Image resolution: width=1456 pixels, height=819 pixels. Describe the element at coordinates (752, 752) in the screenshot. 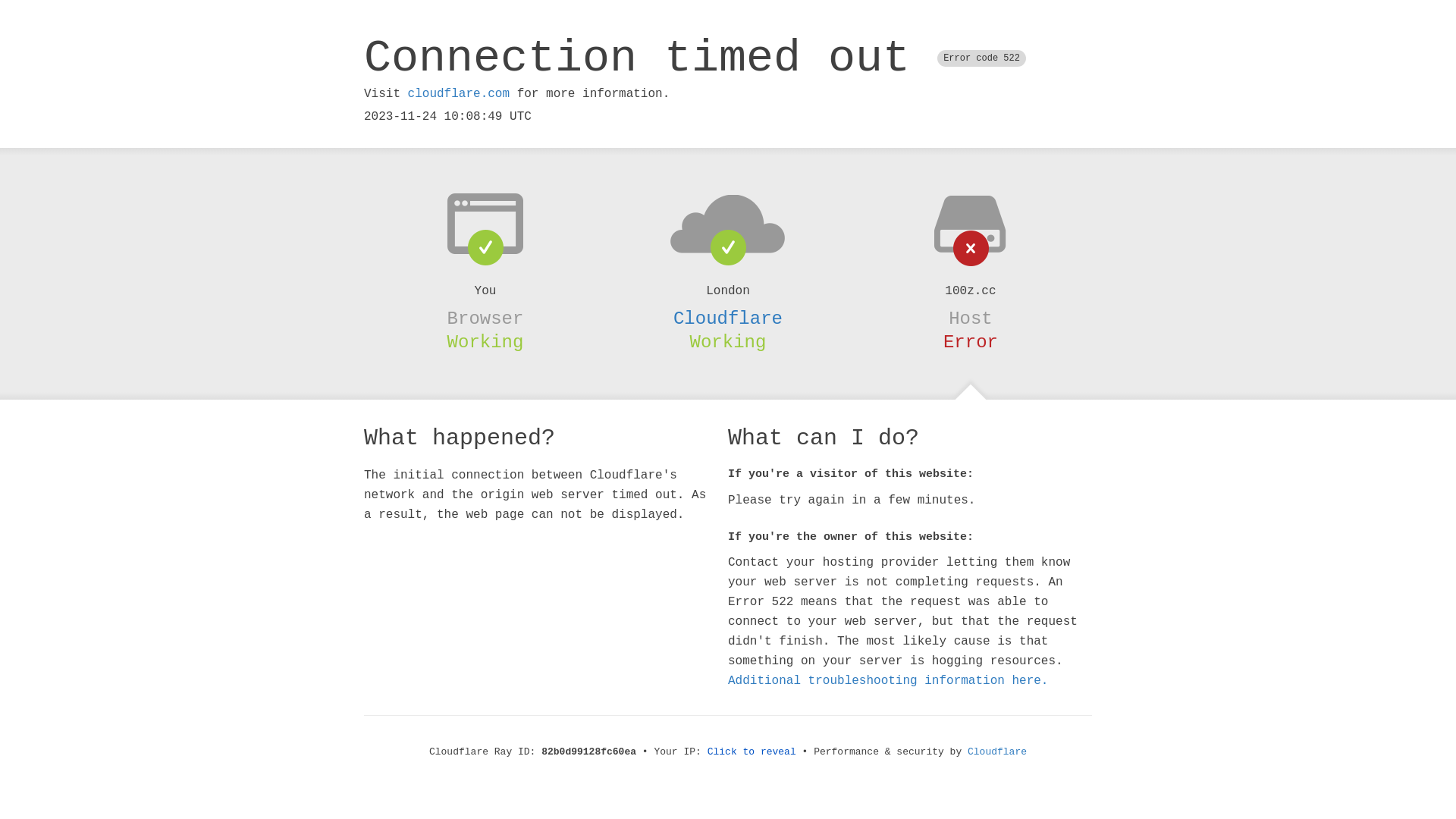

I see `'Click to reveal'` at that location.